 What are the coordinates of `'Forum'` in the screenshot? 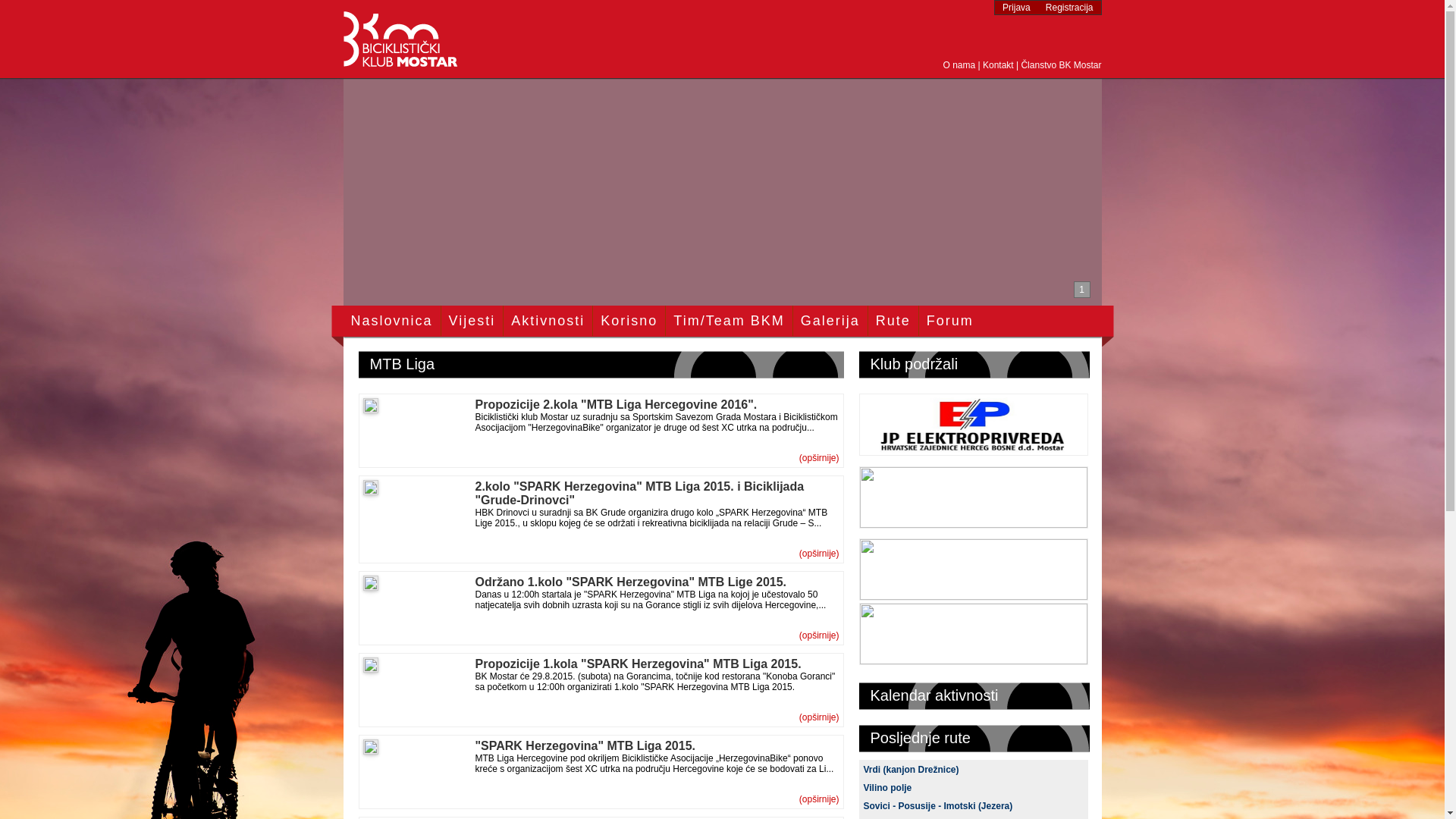 It's located at (949, 320).